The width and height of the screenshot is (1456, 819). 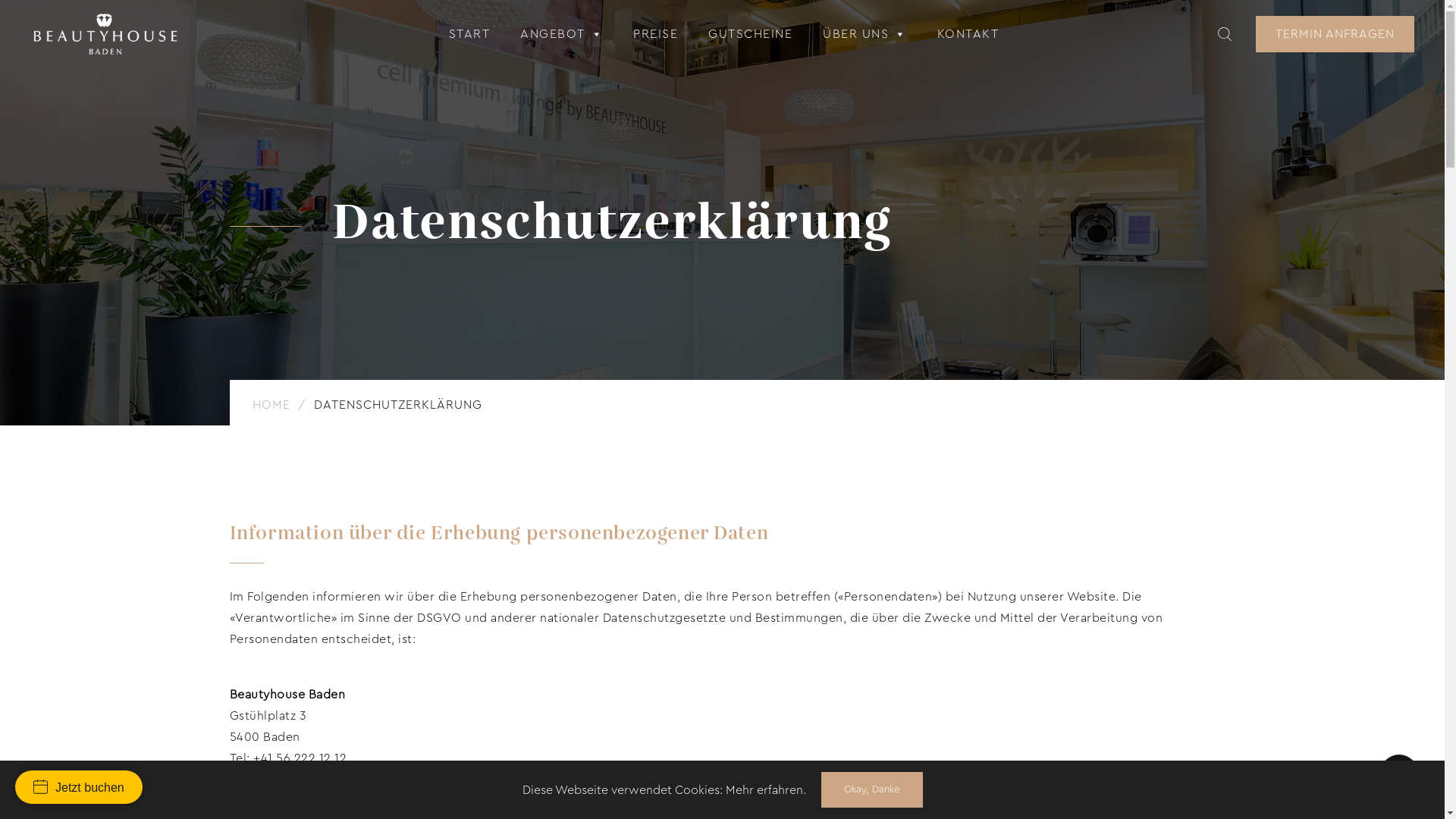 What do you see at coordinates (967, 34) in the screenshot?
I see `'KONTAKT'` at bounding box center [967, 34].